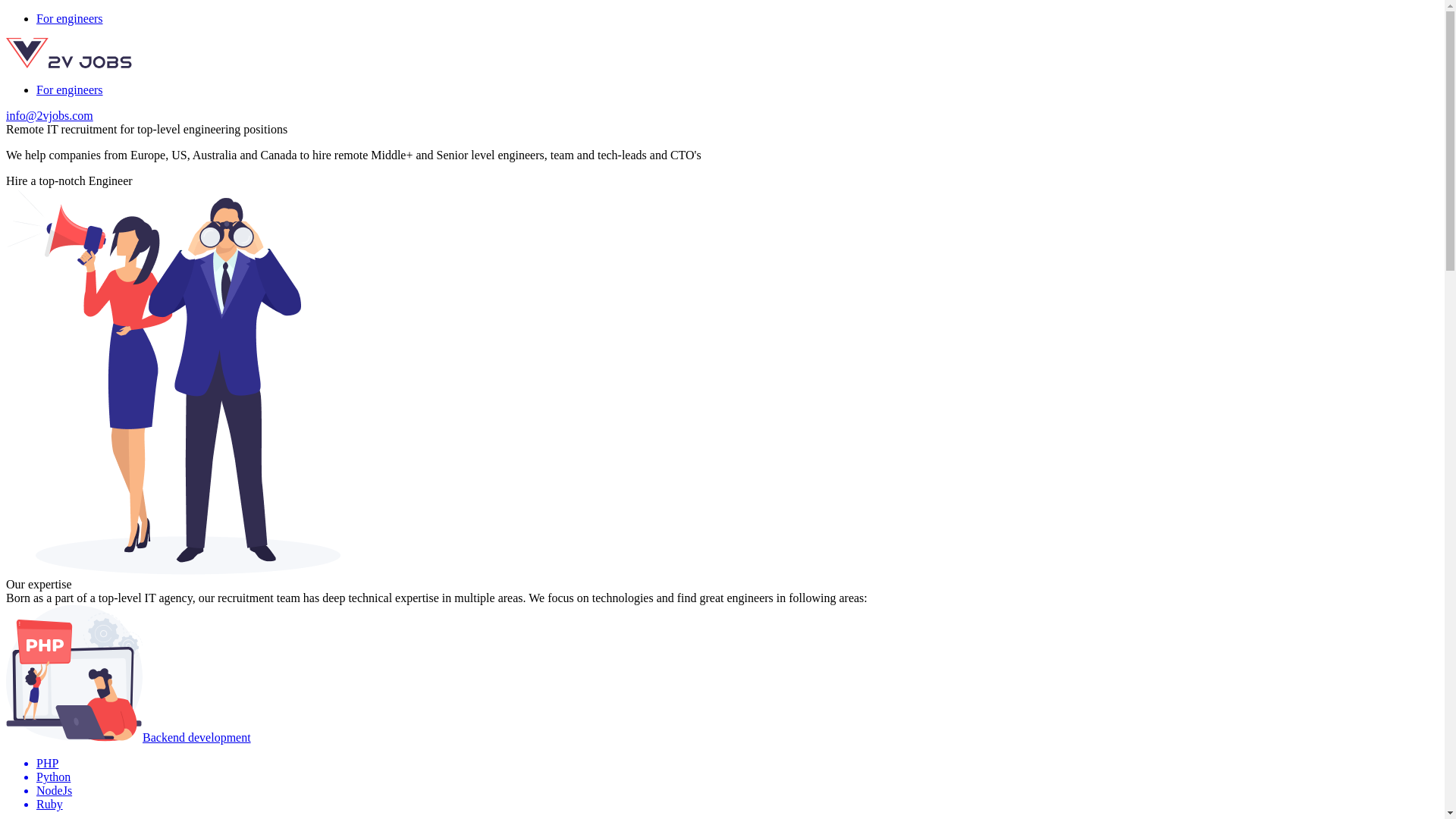  I want to click on 'info@2vjobs.com', so click(49, 115).